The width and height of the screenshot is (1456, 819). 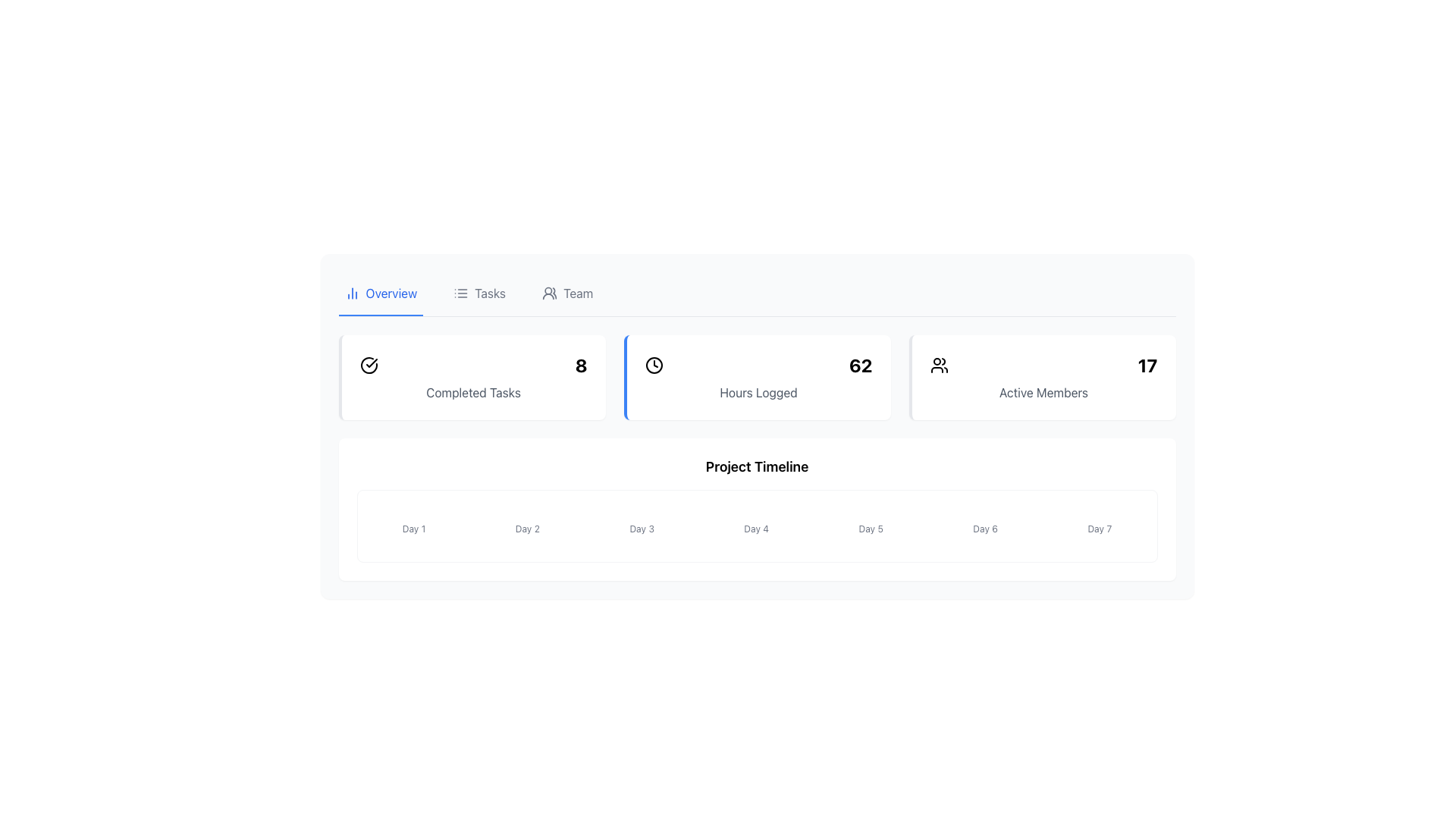 What do you see at coordinates (758, 391) in the screenshot?
I see `the text label that describes the logged hours ('62') located within the second card from the left in a row of three cards` at bounding box center [758, 391].